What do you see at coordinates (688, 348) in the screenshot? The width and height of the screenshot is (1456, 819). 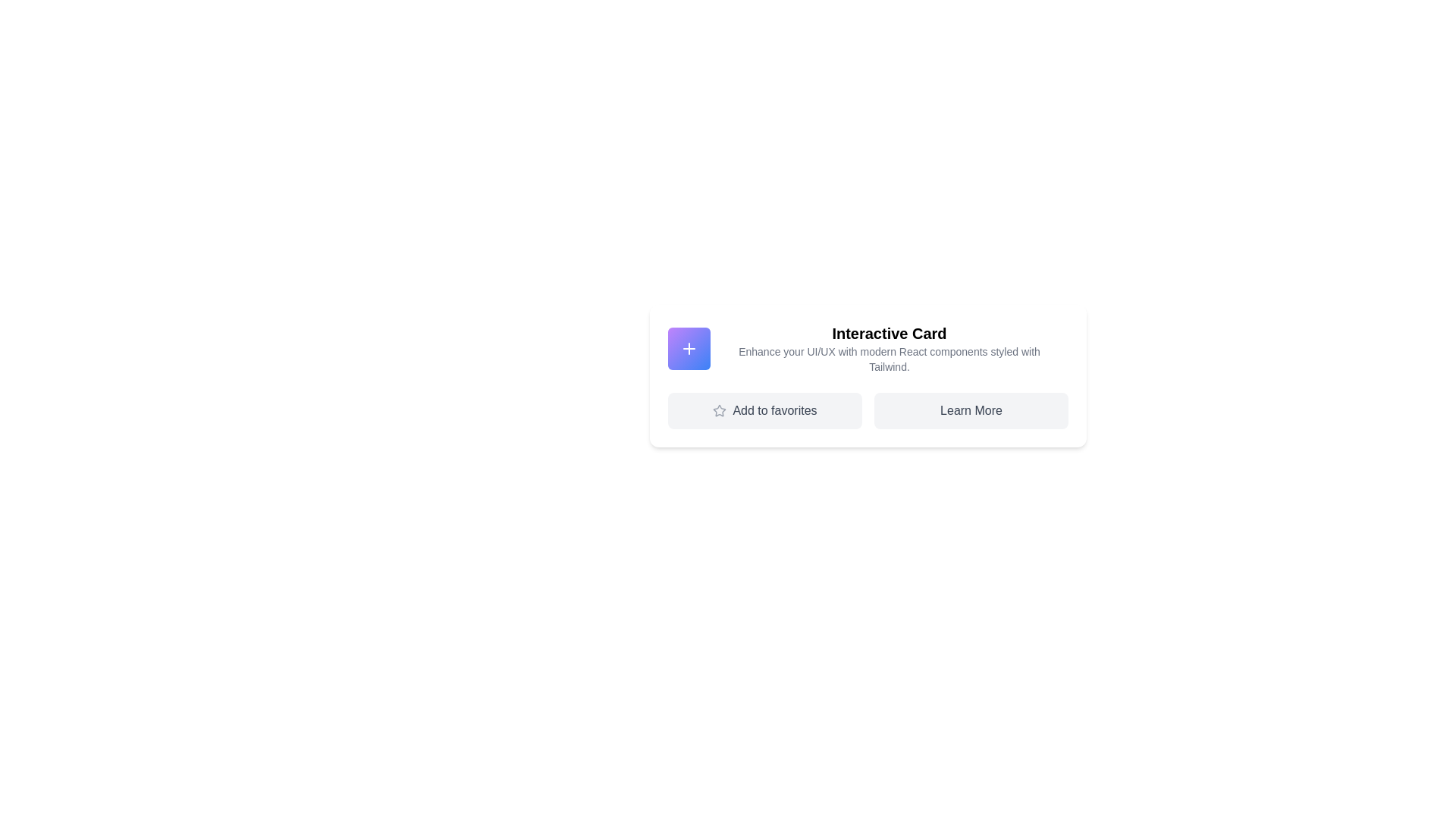 I see `the square icon with a gradient background from purple to blue, featuring a central white plus icon, located at the upper left corner of the 'Interactive Card'` at bounding box center [688, 348].